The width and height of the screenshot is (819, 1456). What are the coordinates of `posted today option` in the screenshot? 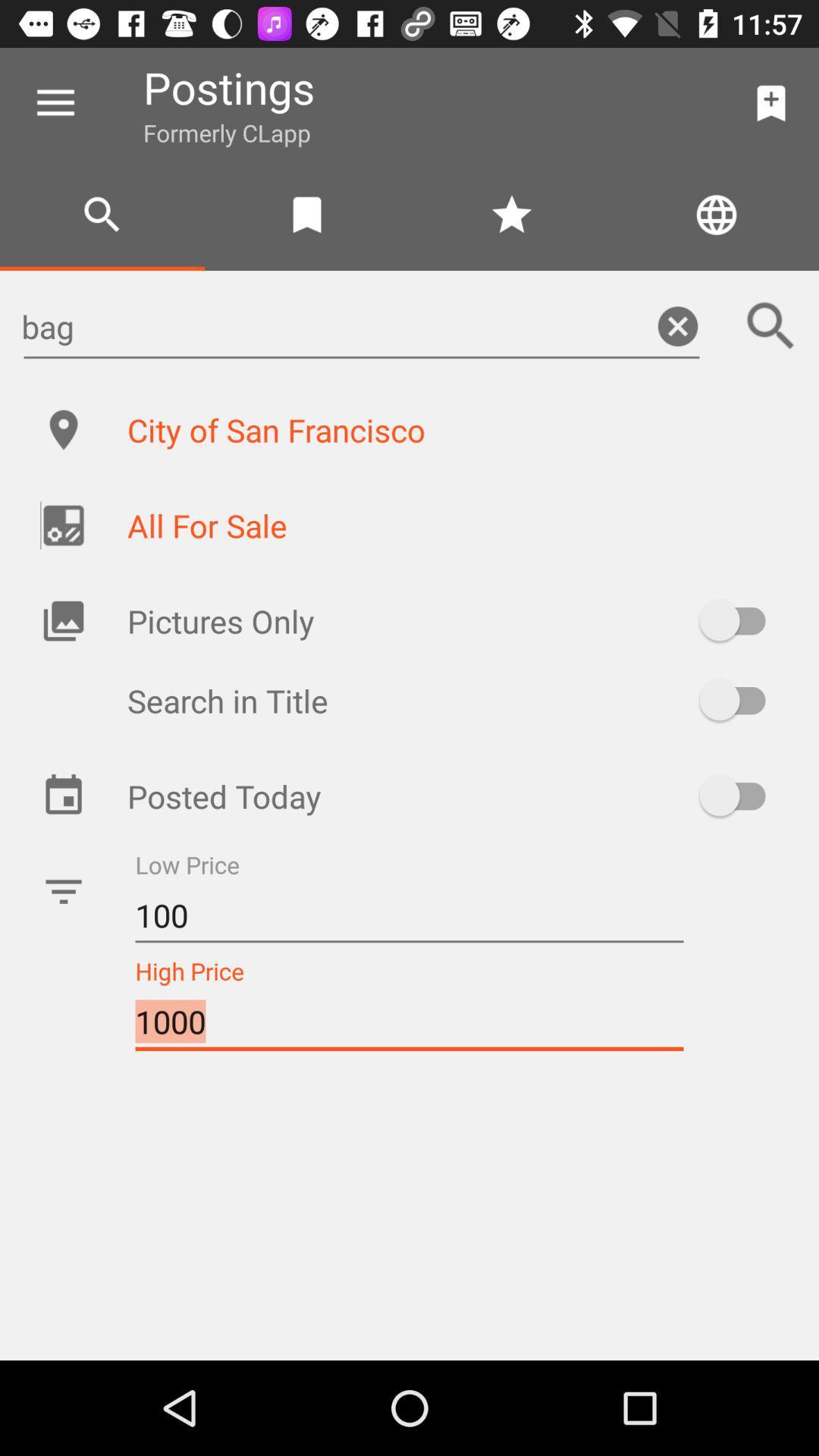 It's located at (739, 795).